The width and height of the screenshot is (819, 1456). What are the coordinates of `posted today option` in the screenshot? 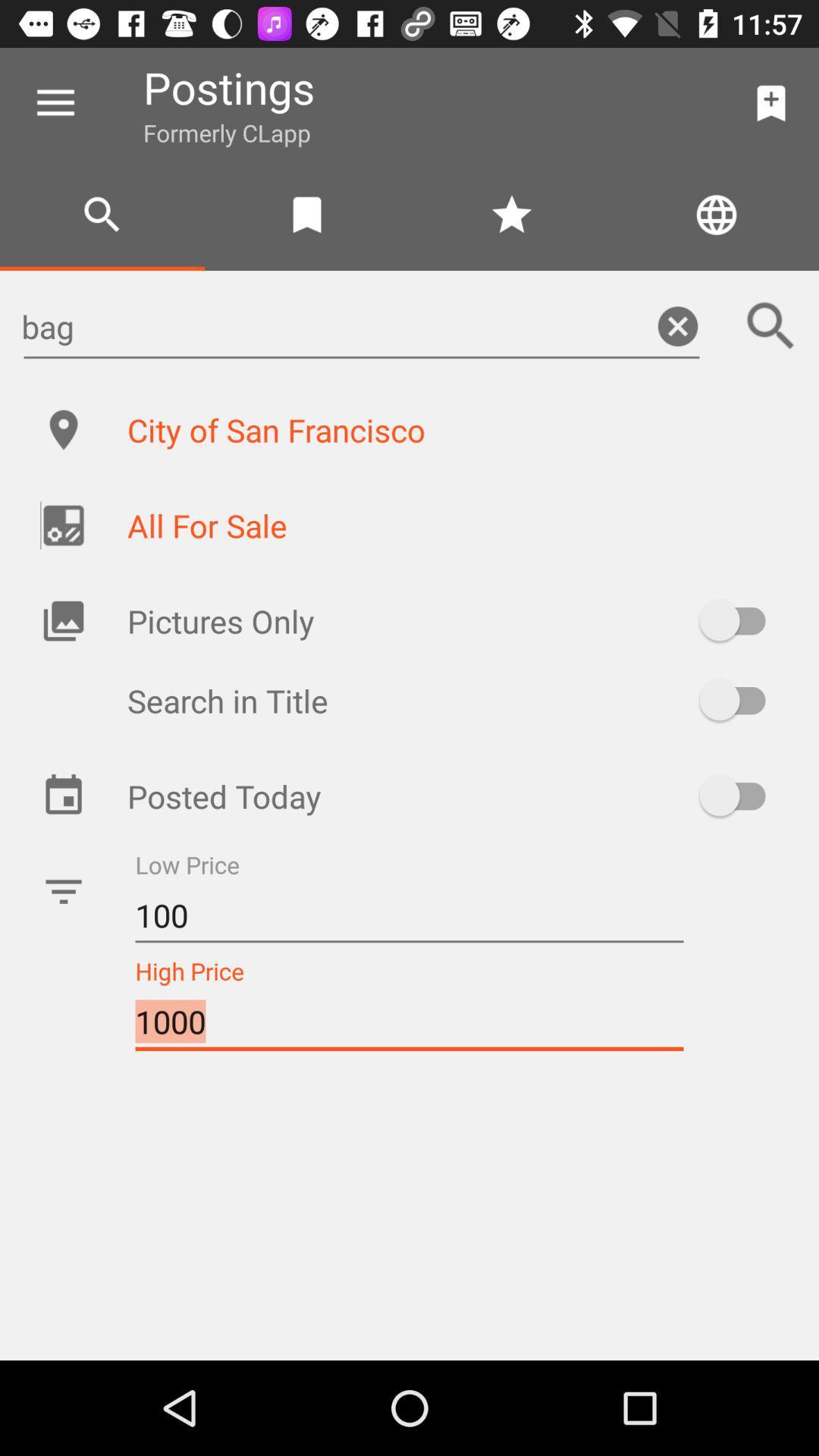 It's located at (739, 795).